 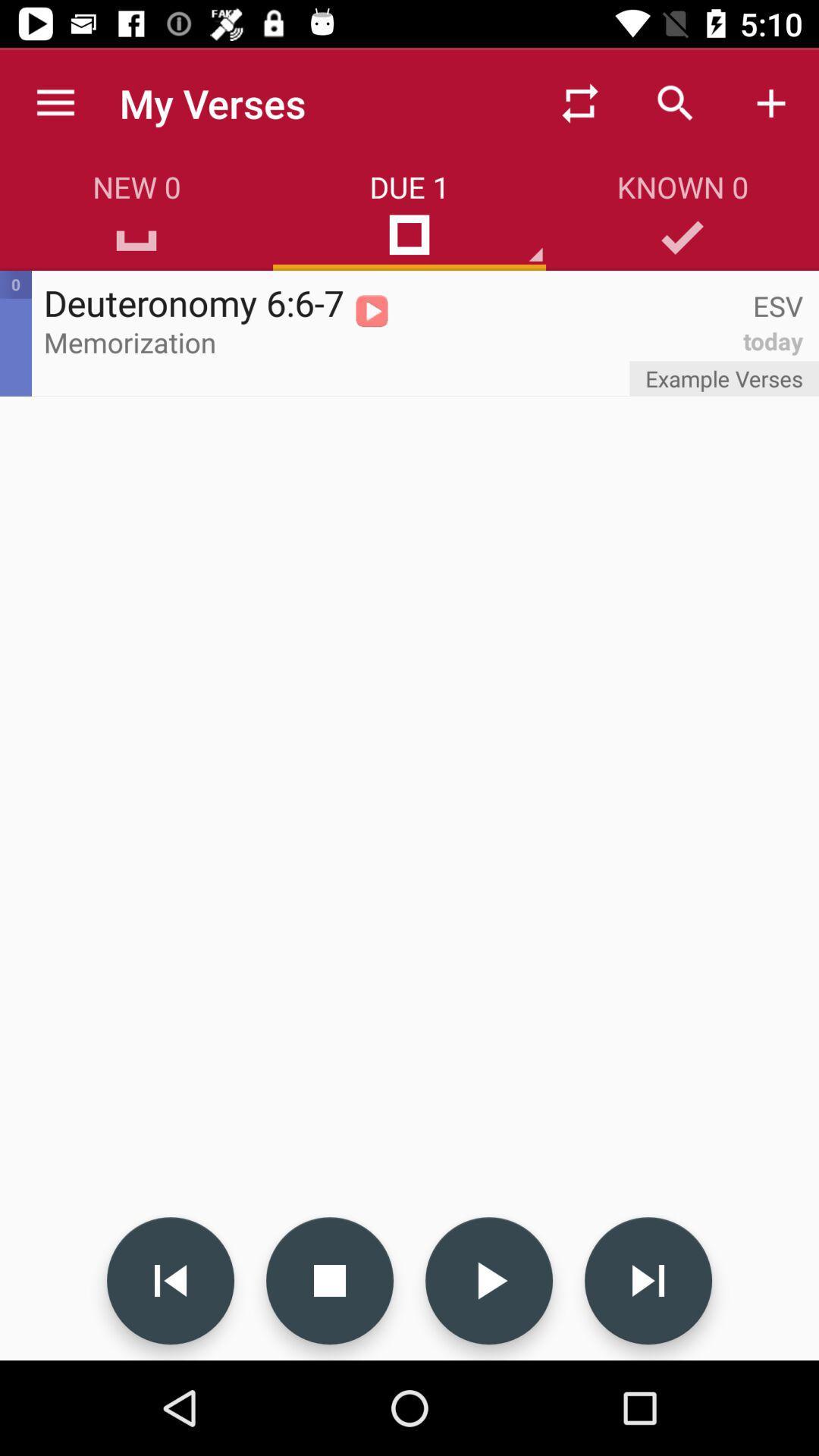 What do you see at coordinates (488, 1280) in the screenshot?
I see `the play icon` at bounding box center [488, 1280].